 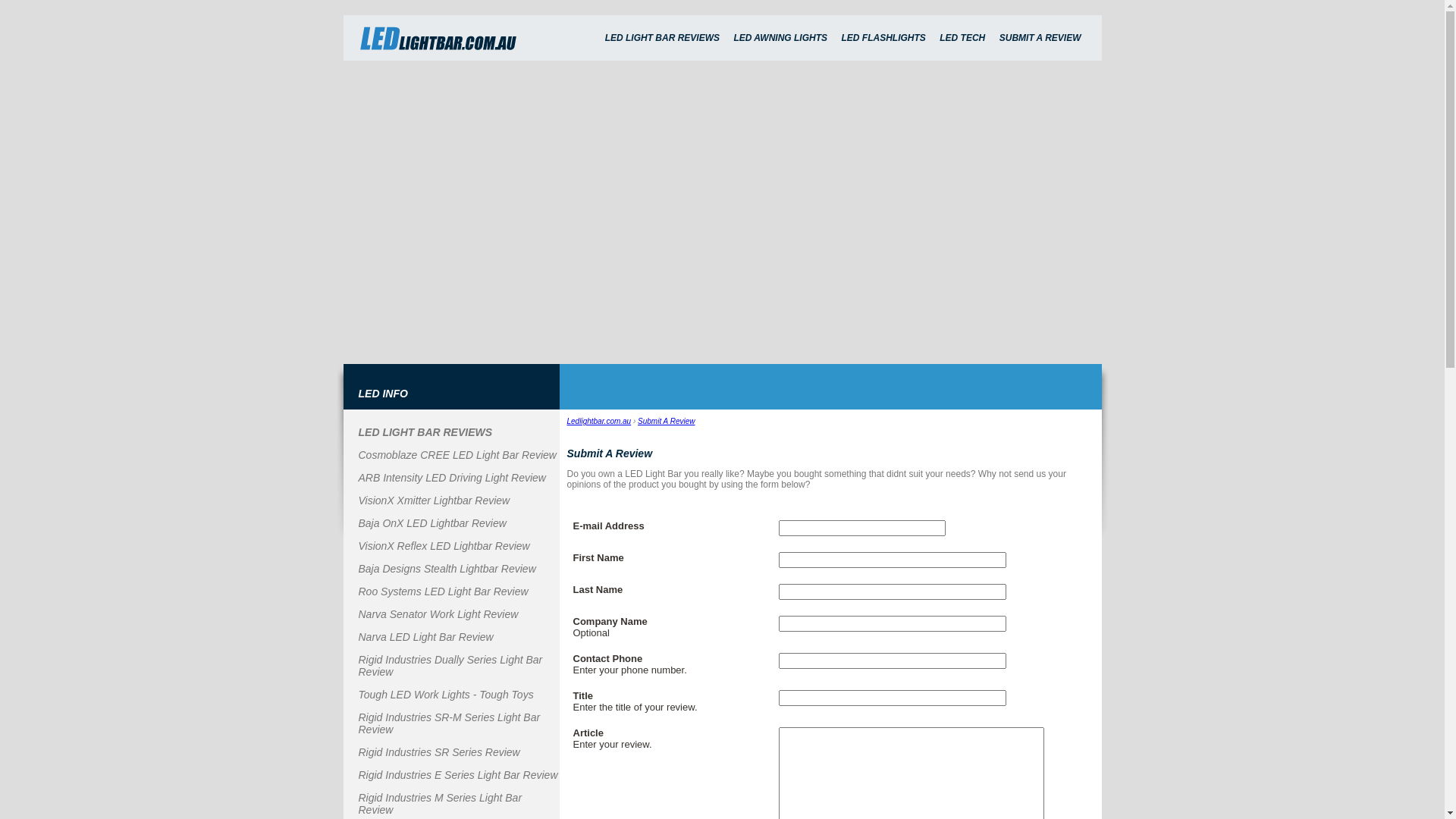 I want to click on 'Baja Designs Stealth Lightbar Review', so click(x=446, y=568).